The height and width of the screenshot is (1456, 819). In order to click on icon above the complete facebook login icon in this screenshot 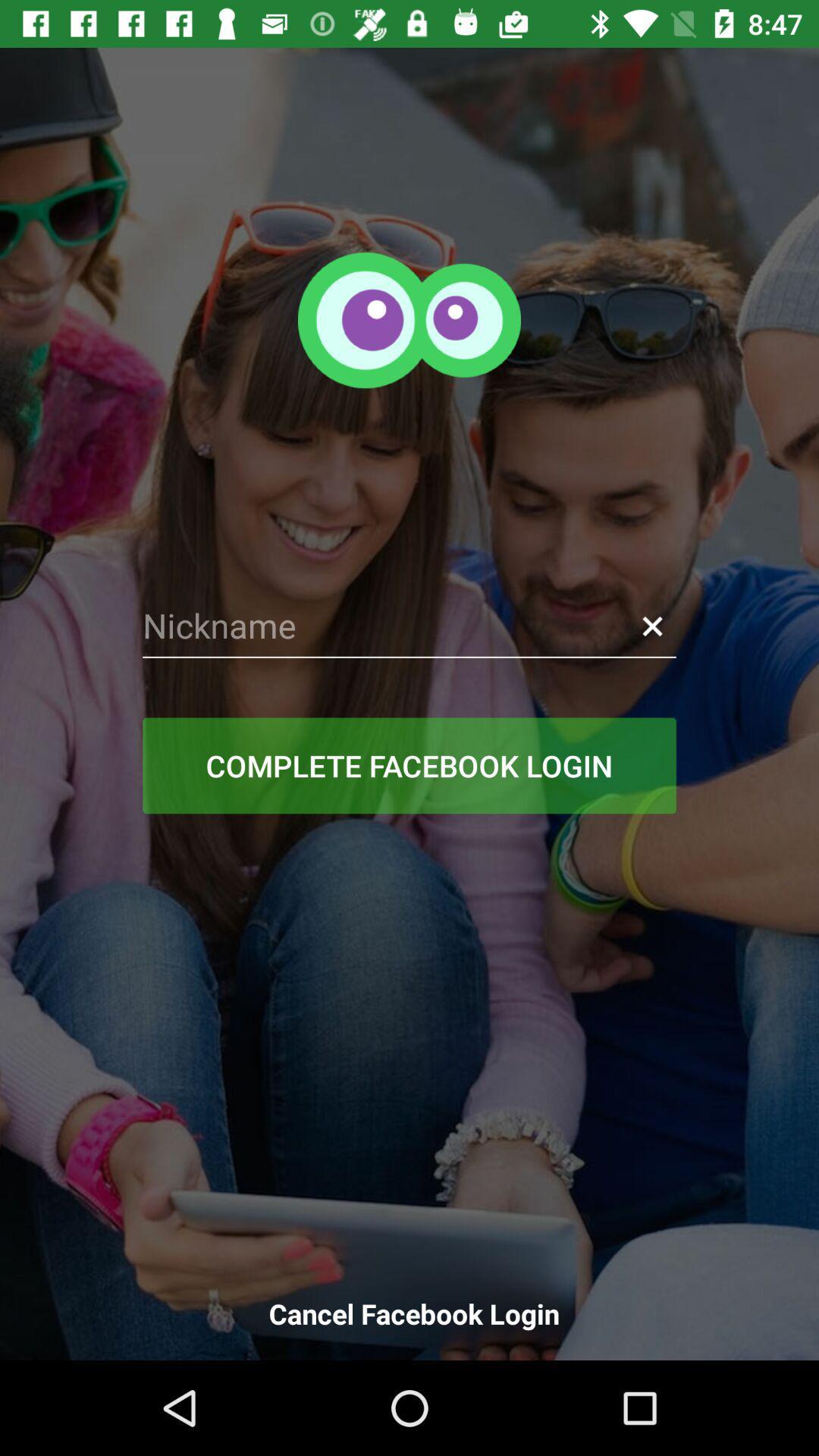, I will do `click(409, 626)`.